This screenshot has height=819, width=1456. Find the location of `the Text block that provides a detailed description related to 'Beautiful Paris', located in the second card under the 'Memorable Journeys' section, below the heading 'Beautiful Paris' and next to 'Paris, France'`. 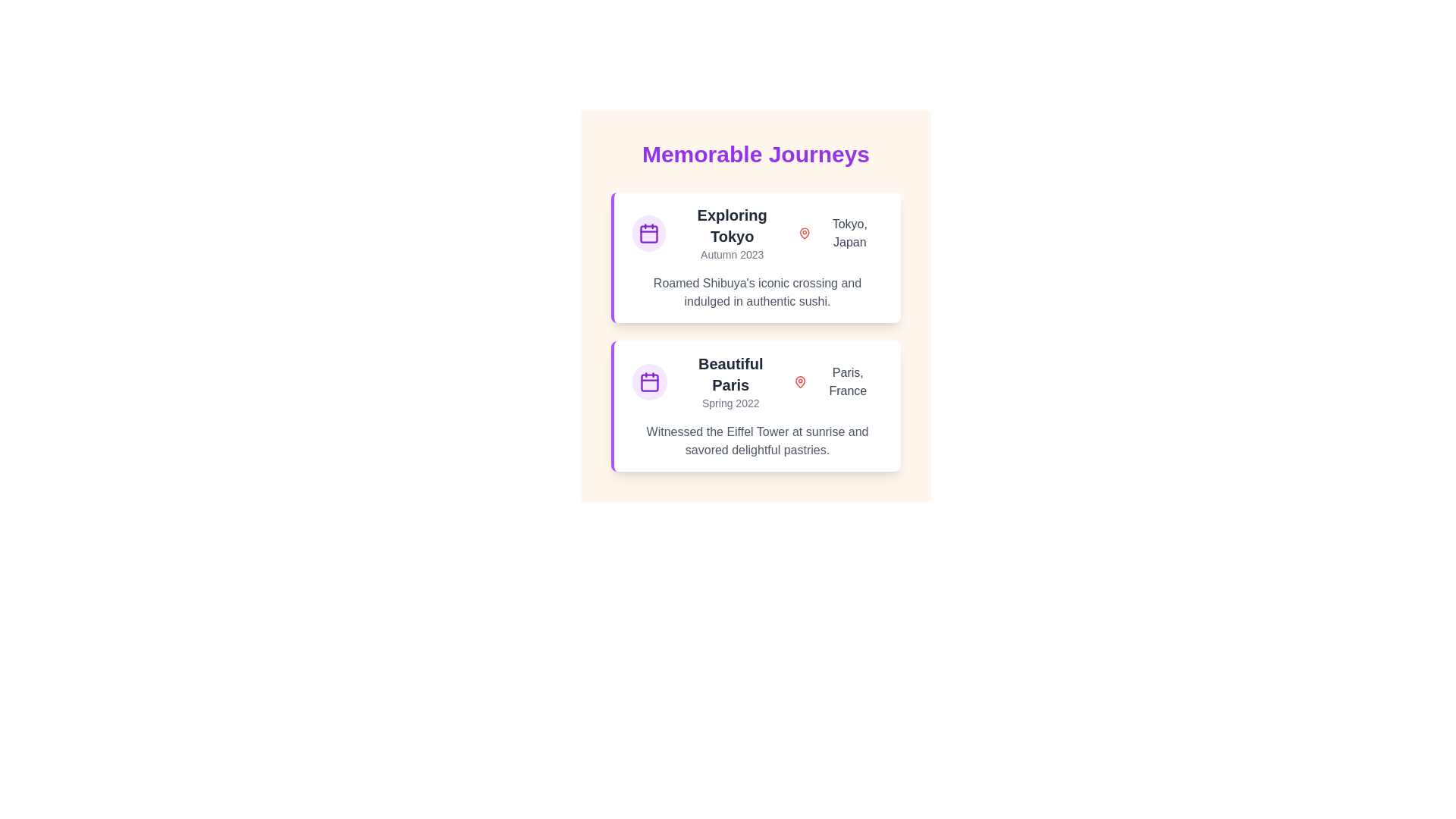

the Text block that provides a detailed description related to 'Beautiful Paris', located in the second card under the 'Memorable Journeys' section, below the heading 'Beautiful Paris' and next to 'Paris, France' is located at coordinates (757, 441).